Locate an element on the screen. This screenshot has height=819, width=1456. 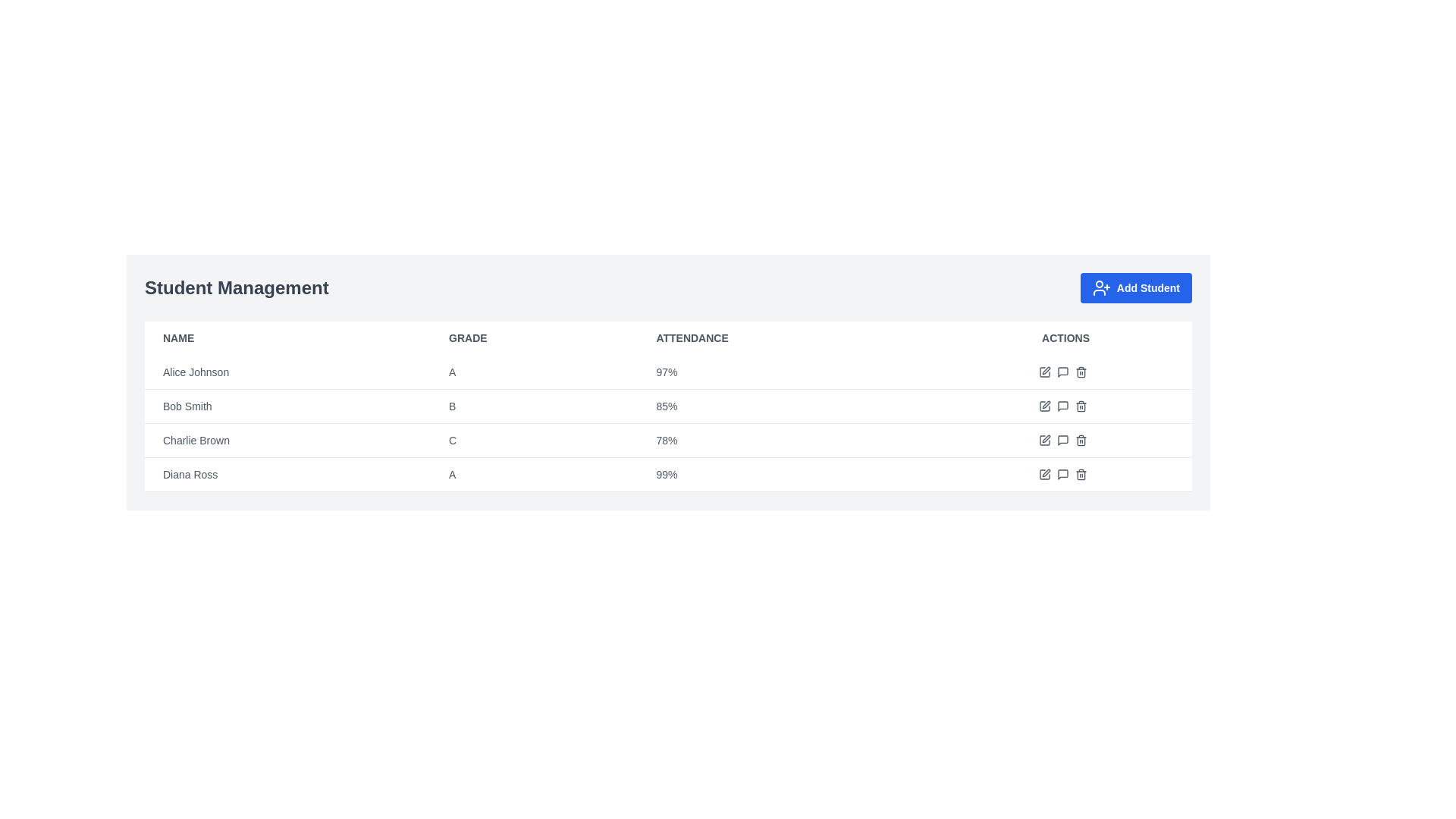
the vector graphic icon resembling a pen intersecting with a square in the last row of the 'Actions' column of the 'Student Management' table is located at coordinates (1045, 472).